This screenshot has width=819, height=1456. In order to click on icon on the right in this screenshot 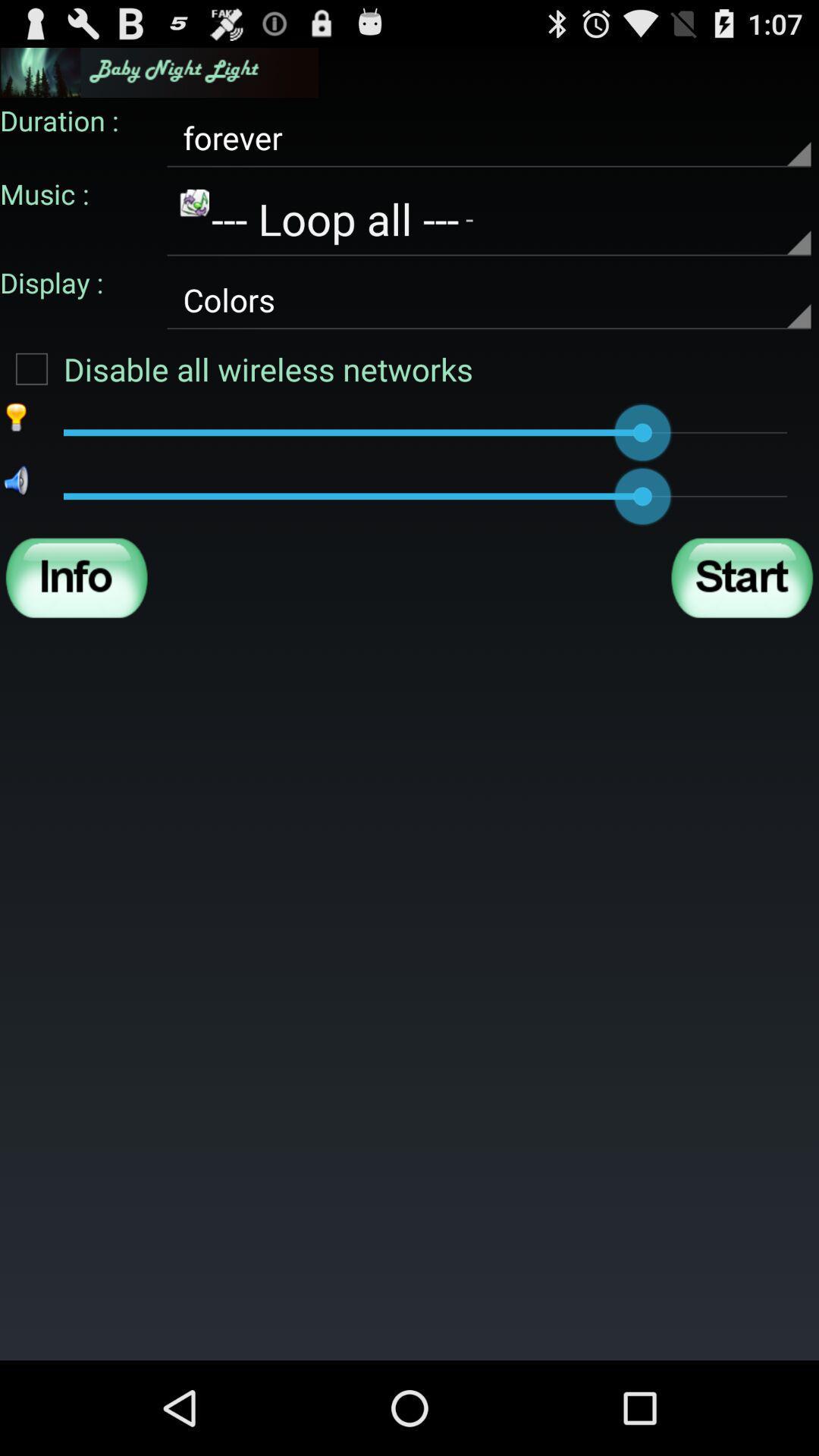, I will do `click(741, 577)`.